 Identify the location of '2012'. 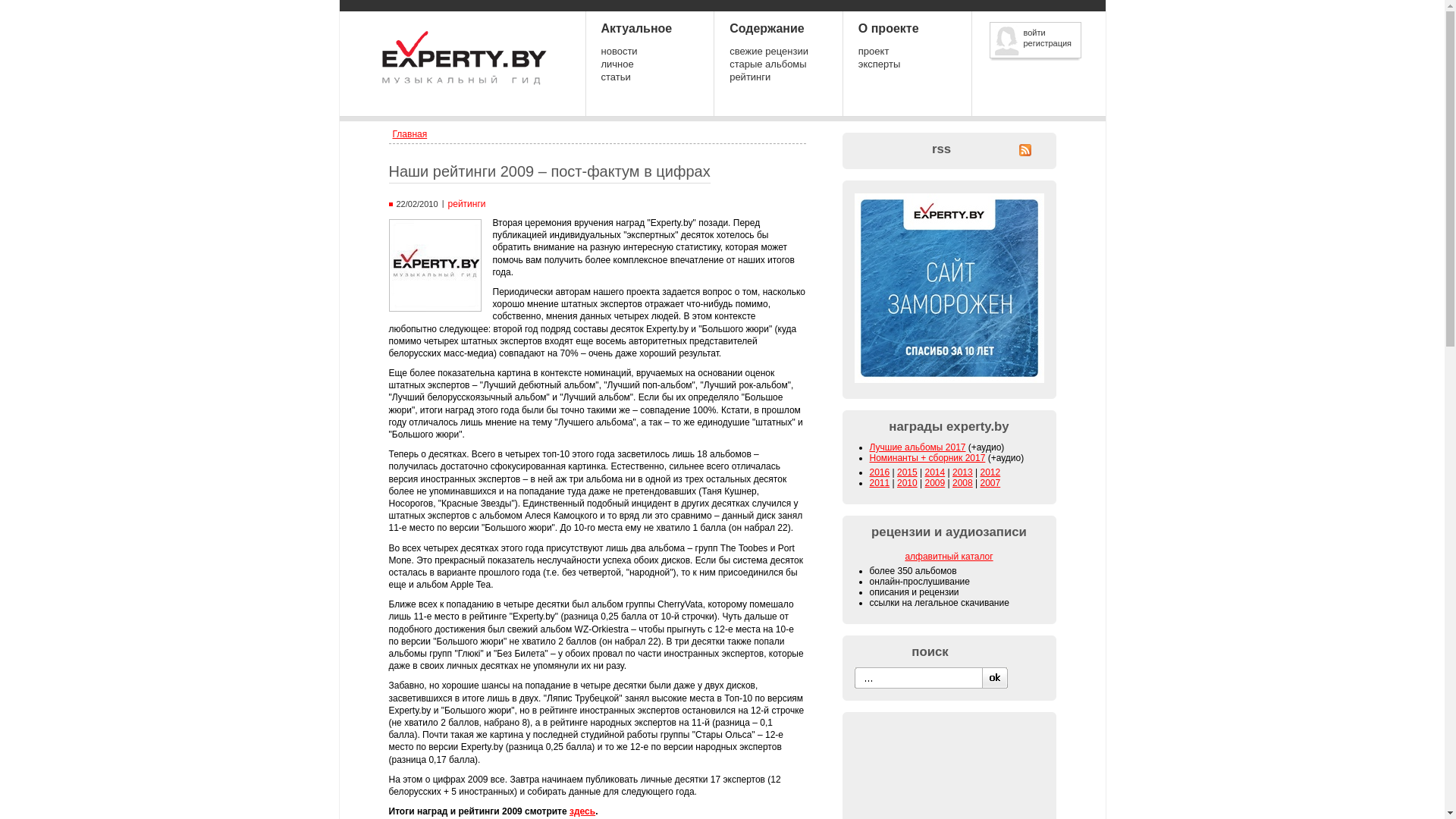
(990, 472).